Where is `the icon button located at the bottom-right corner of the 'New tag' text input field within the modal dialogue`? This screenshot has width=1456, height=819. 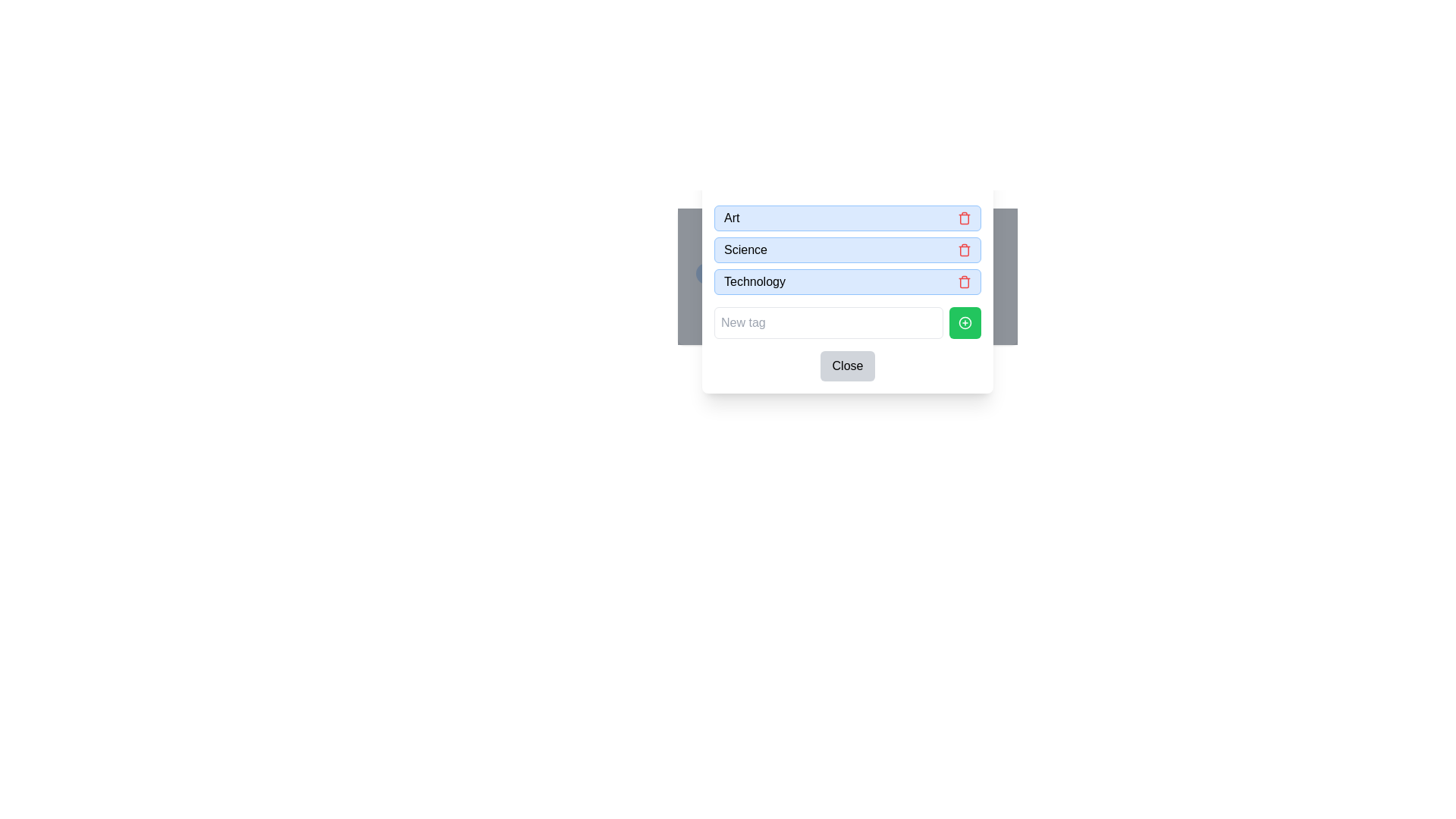 the icon button located at the bottom-right corner of the 'New tag' text input field within the modal dialogue is located at coordinates (964, 322).